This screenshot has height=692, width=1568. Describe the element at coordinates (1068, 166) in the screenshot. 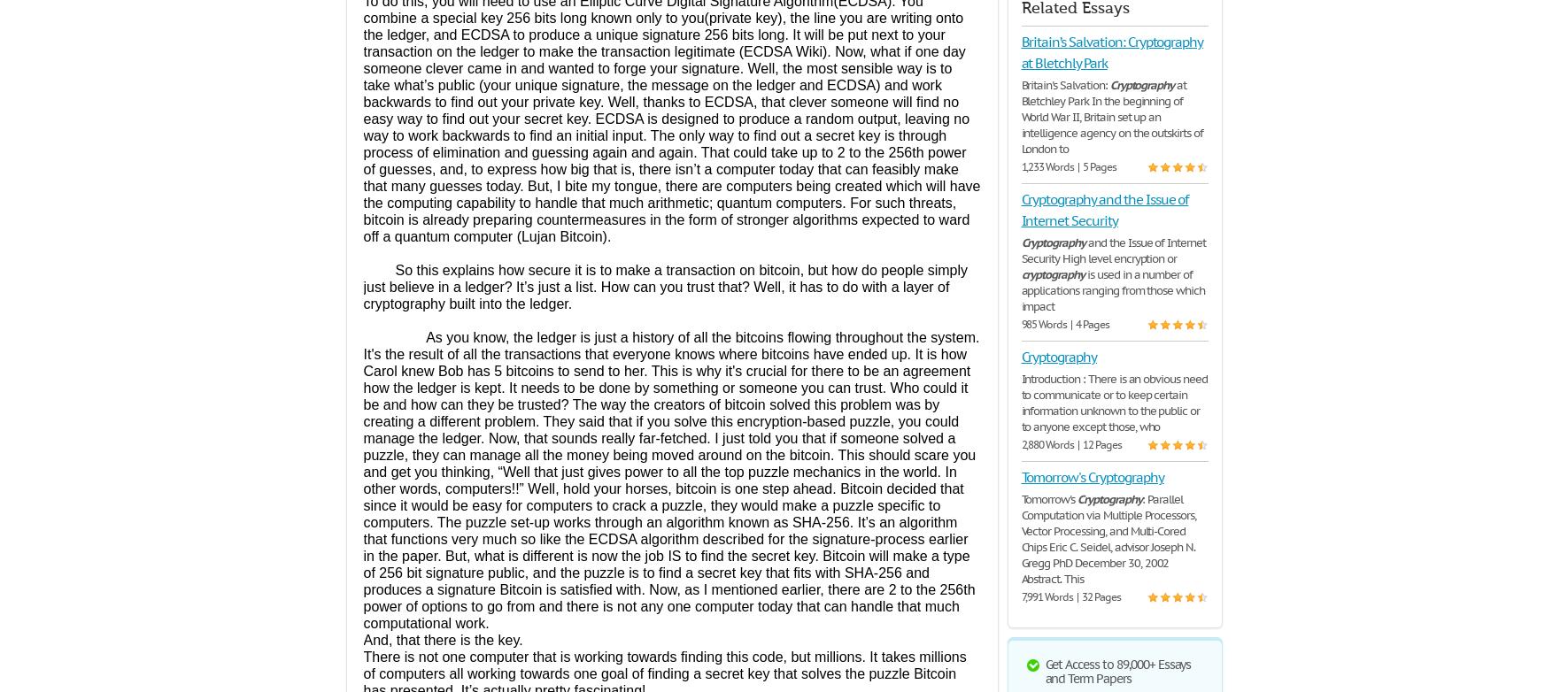

I see `'1,233 Words  |  5 Pages'` at that location.